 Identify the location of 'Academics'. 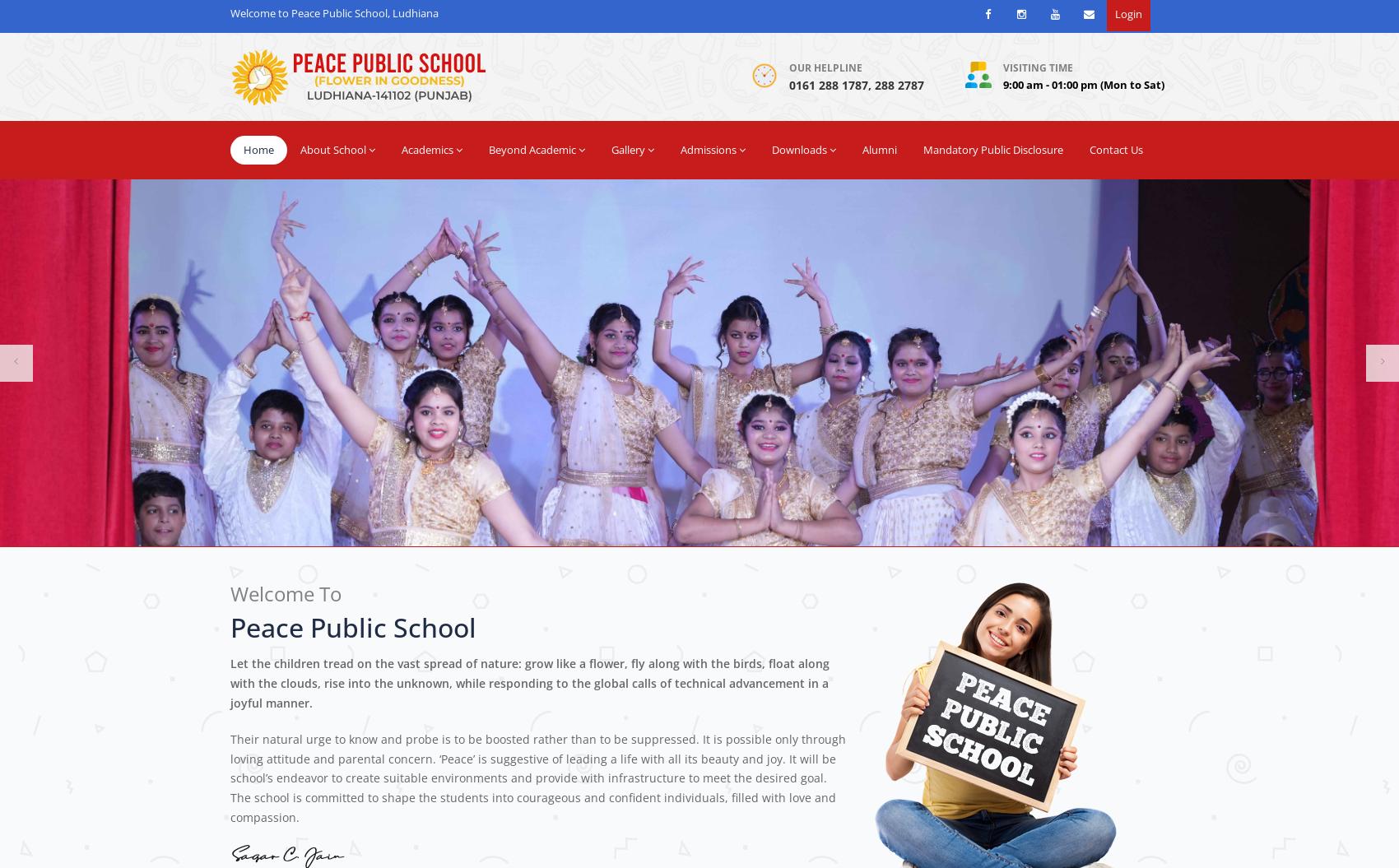
(402, 148).